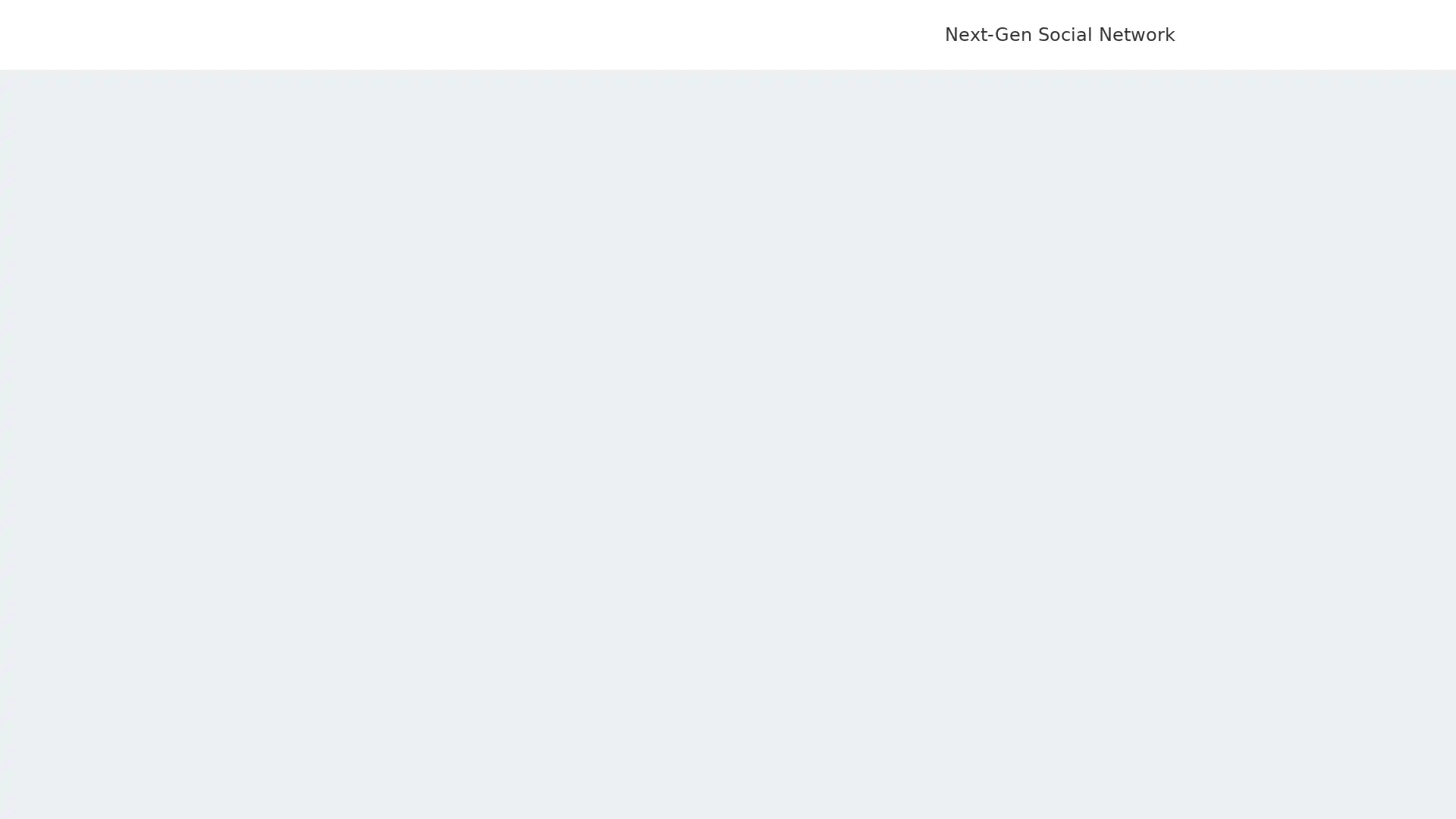 Image resolution: width=1456 pixels, height=819 pixels. What do you see at coordinates (792, 375) in the screenshot?
I see `Sign up` at bounding box center [792, 375].